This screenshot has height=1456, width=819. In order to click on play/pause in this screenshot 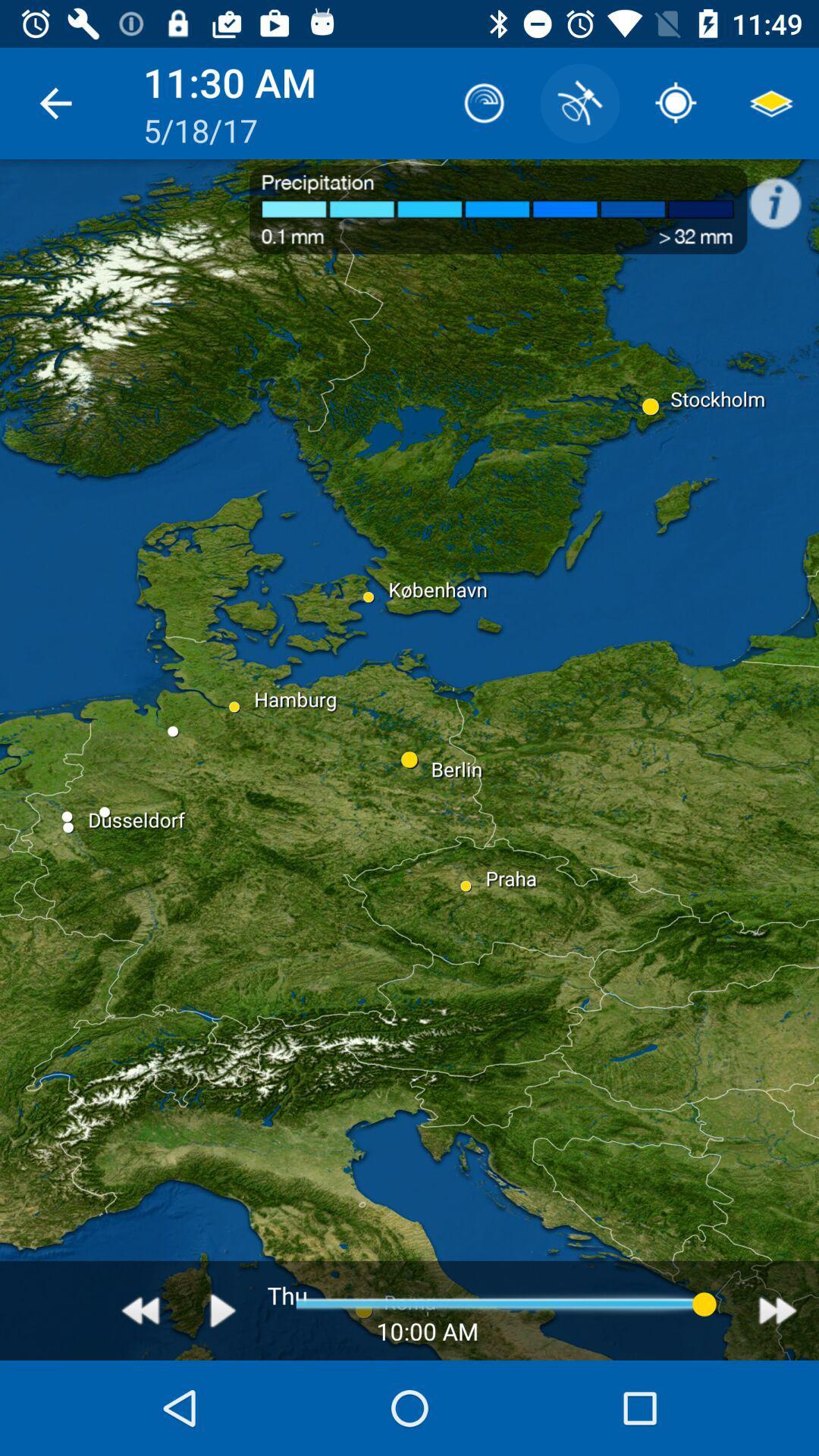, I will do `click(223, 1310)`.